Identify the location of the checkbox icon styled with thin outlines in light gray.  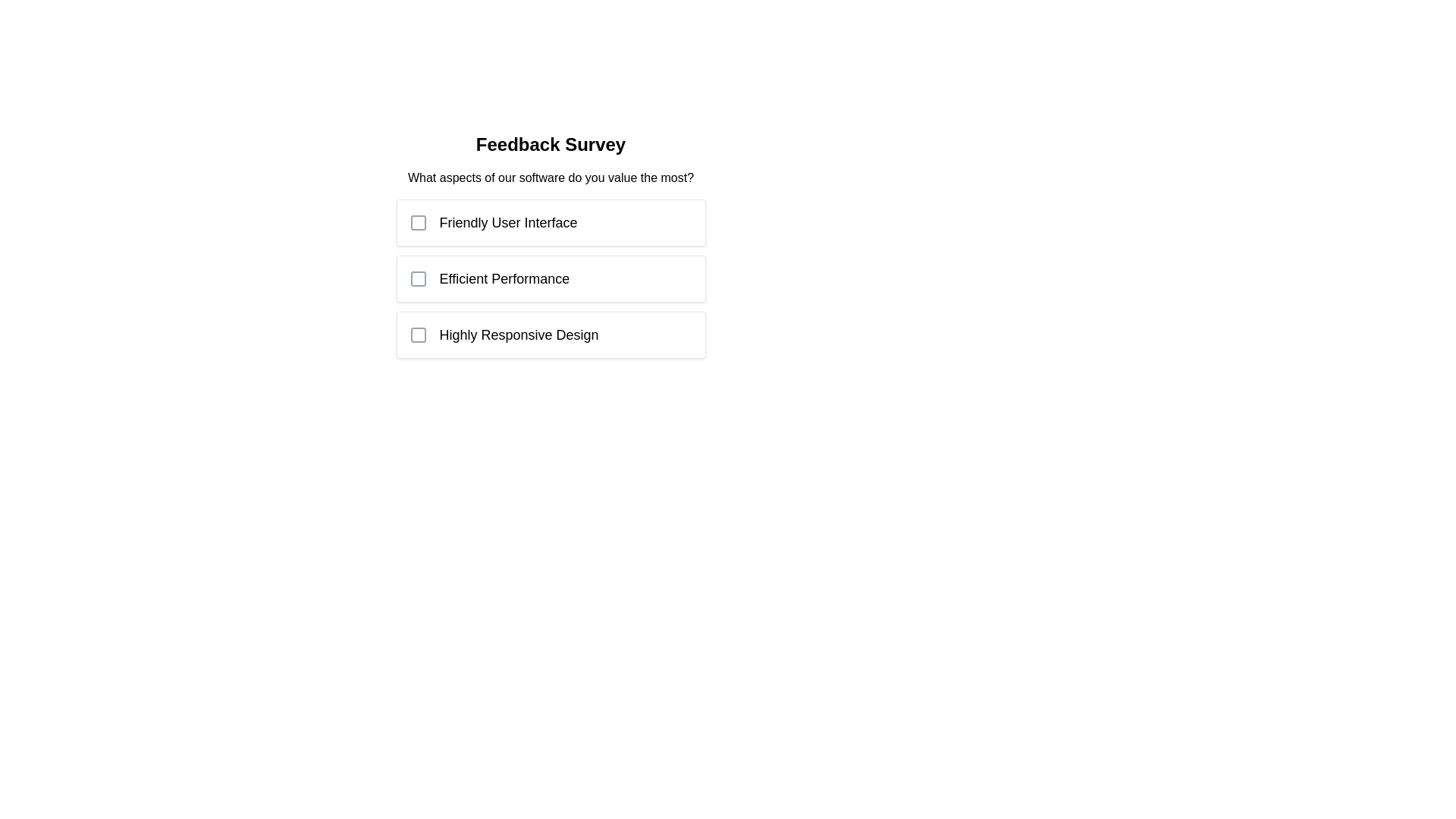
(418, 222).